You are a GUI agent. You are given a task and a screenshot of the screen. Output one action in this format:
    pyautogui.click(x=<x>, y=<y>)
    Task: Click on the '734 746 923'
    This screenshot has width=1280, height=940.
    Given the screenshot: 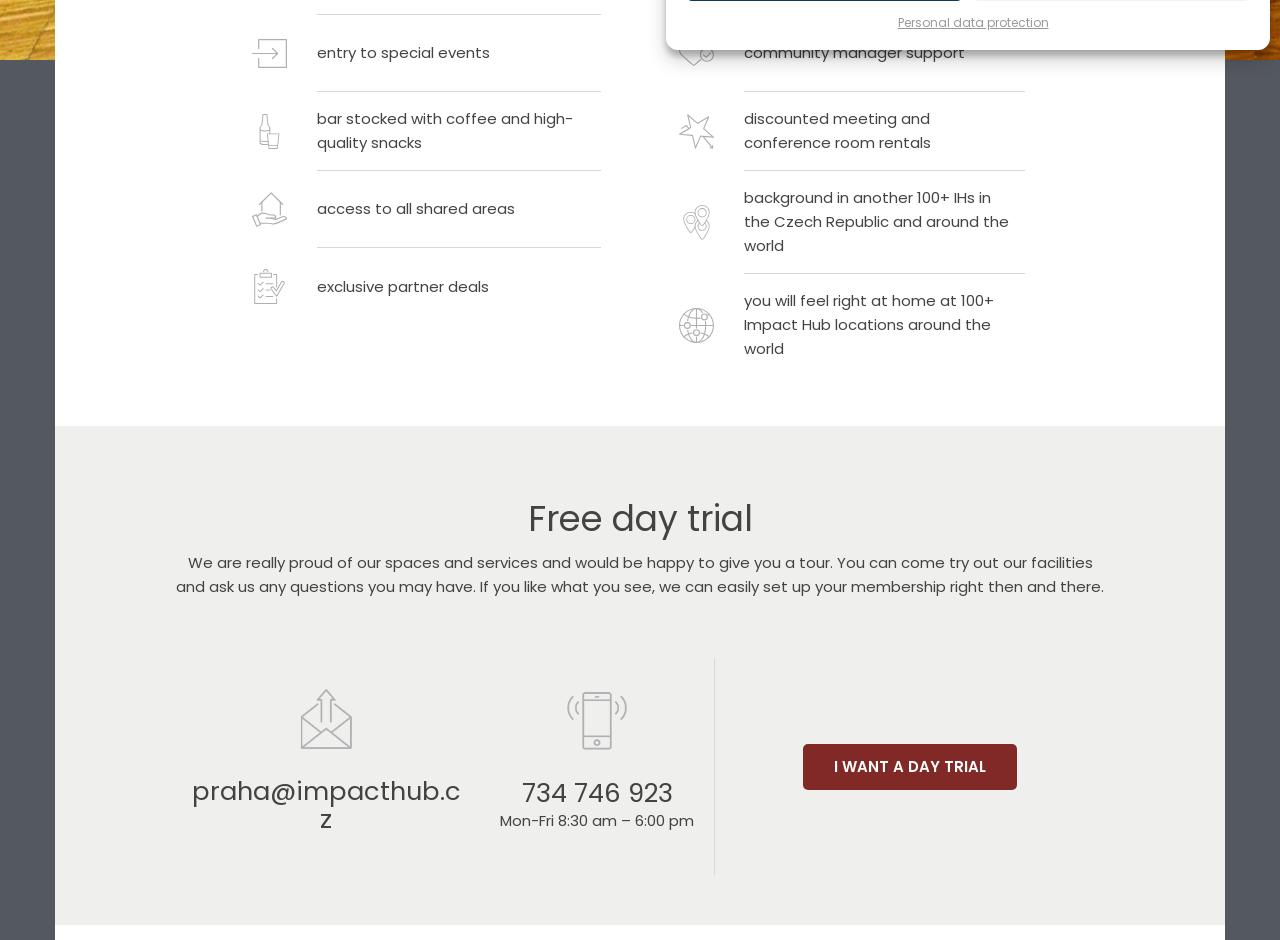 What is the action you would take?
    pyautogui.click(x=595, y=792)
    